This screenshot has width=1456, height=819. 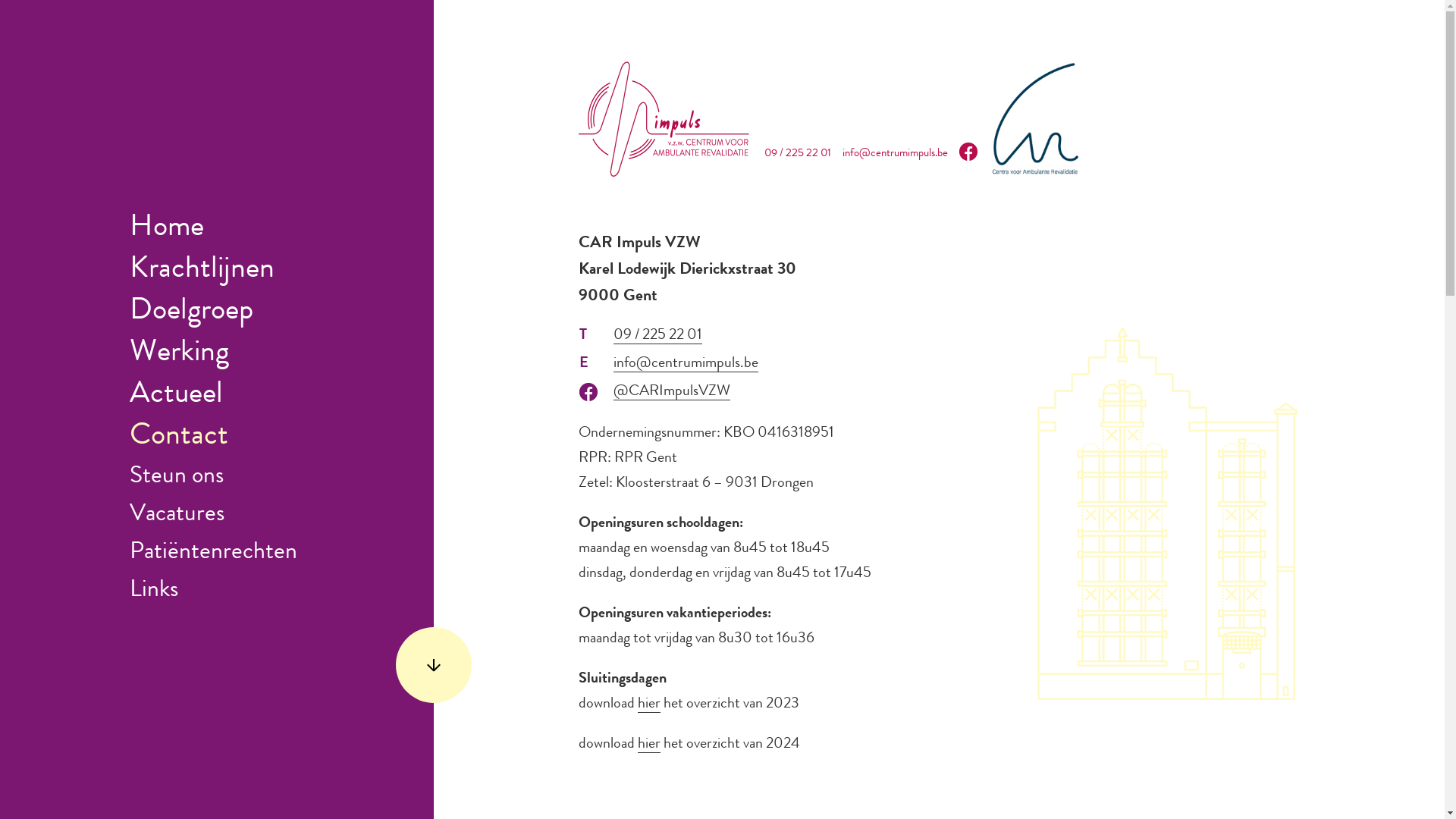 I want to click on 'Steun ons', so click(x=177, y=476).